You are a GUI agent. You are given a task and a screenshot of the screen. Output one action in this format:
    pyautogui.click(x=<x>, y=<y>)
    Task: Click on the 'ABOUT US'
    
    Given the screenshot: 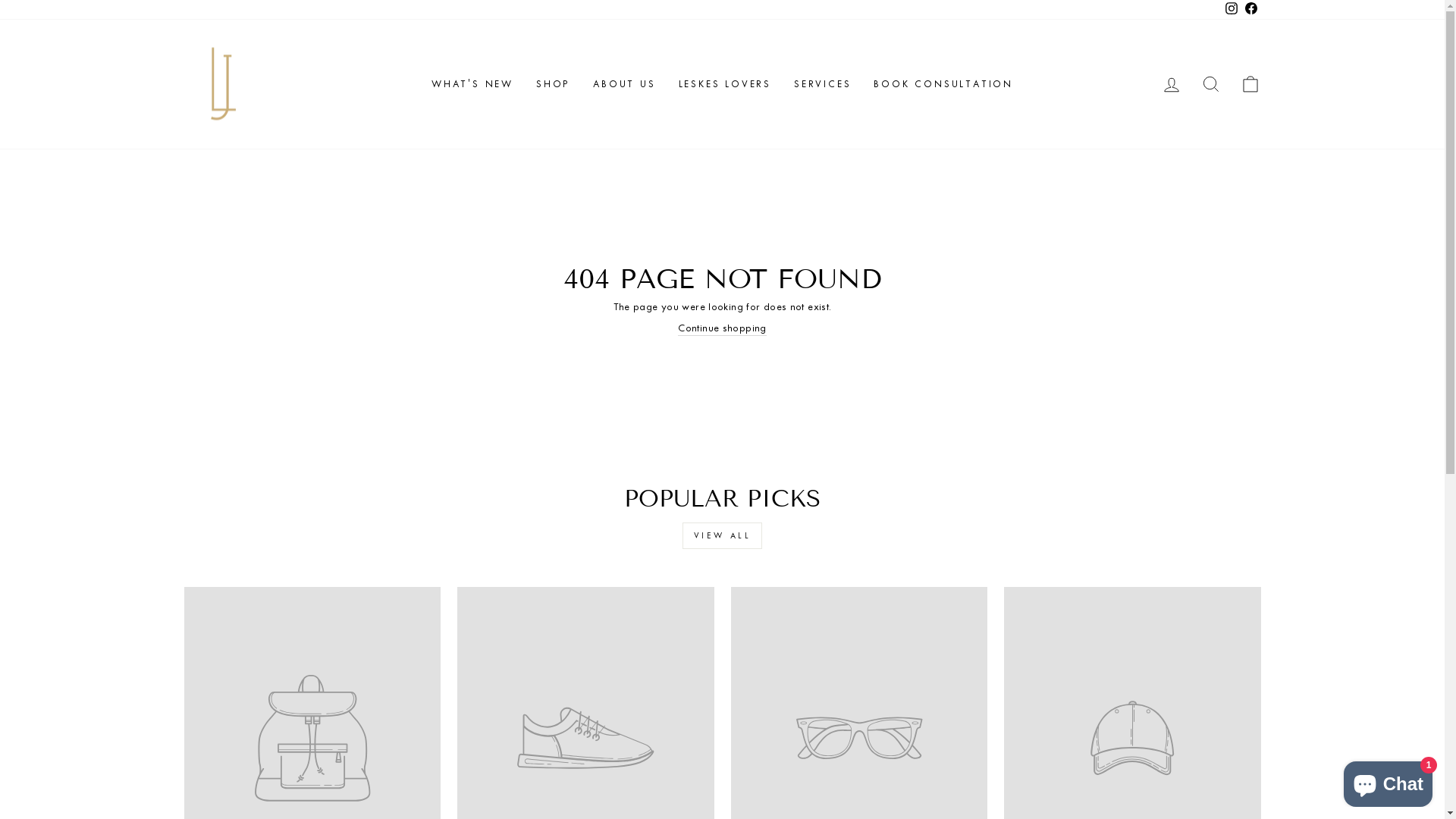 What is the action you would take?
    pyautogui.click(x=623, y=84)
    